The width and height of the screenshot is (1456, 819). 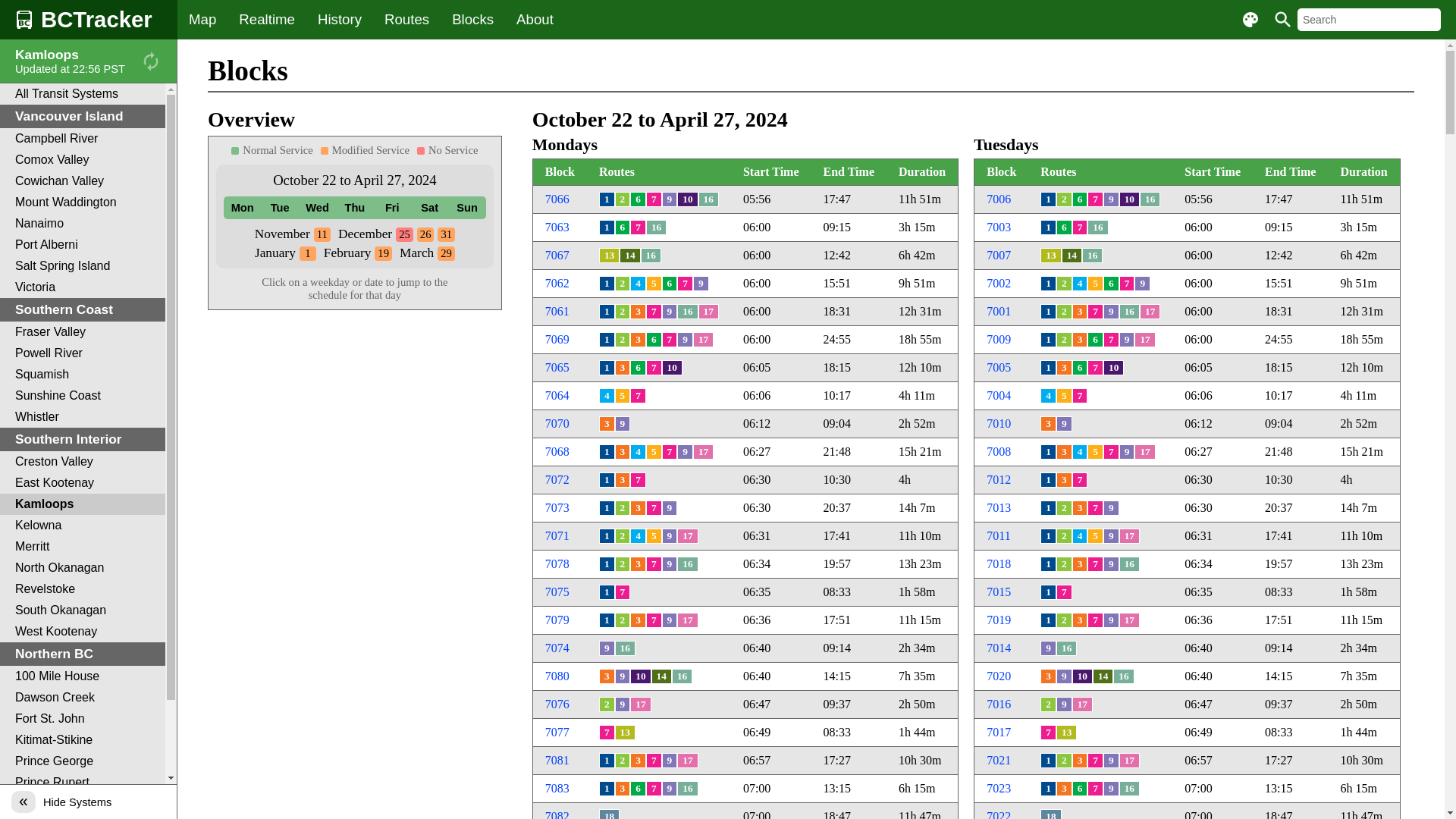 I want to click on '1', so click(x=607, y=338).